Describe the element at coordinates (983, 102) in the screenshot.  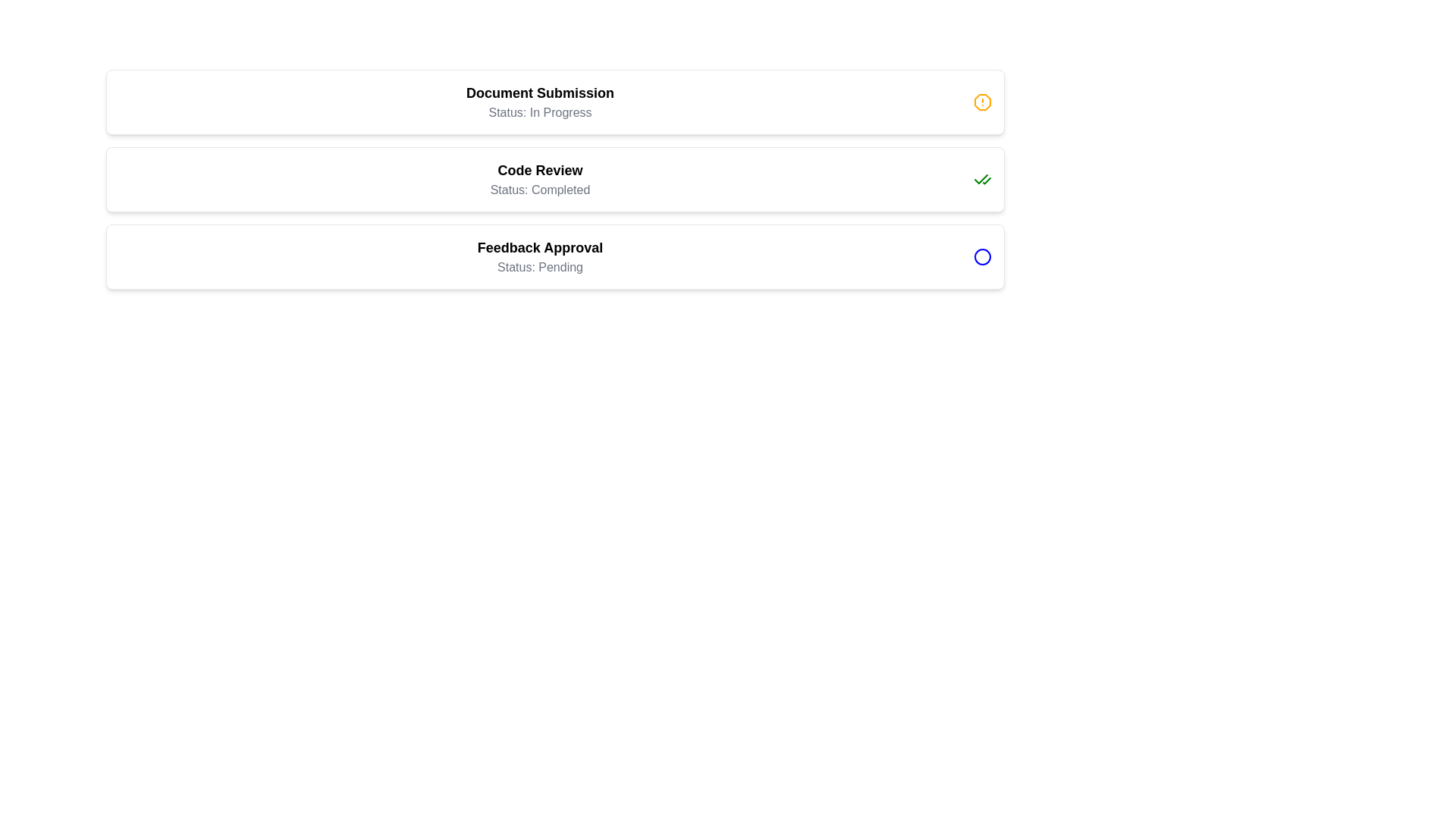
I see `the icon that serves as a visual alert for the 'Document Submission' section, located on the far right within the status card in the topmost panel` at that location.